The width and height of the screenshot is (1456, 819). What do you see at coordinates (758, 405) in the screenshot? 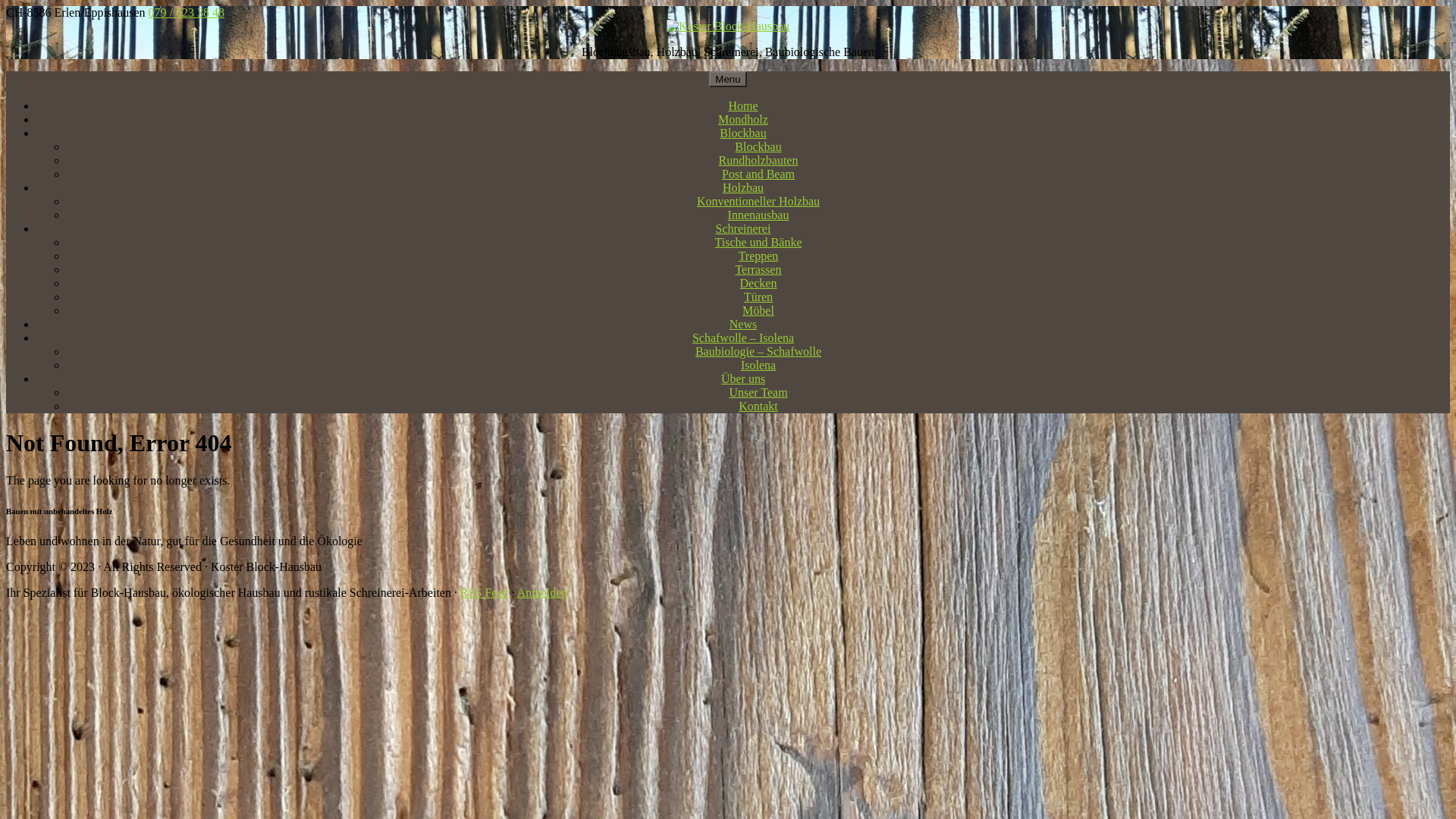
I see `'Kontakt'` at bounding box center [758, 405].